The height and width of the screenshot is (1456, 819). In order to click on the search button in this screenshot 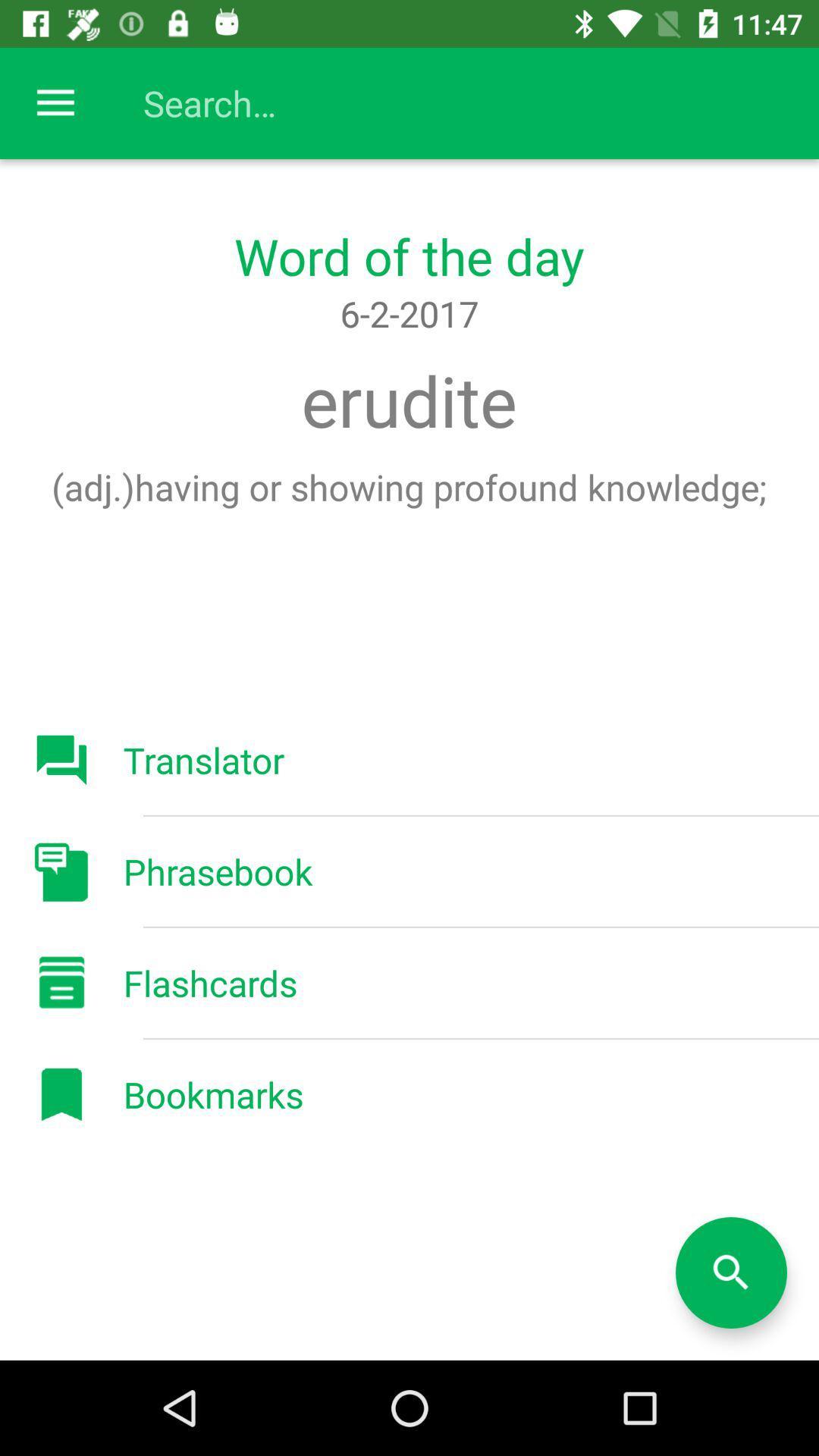, I will do `click(730, 1272)`.